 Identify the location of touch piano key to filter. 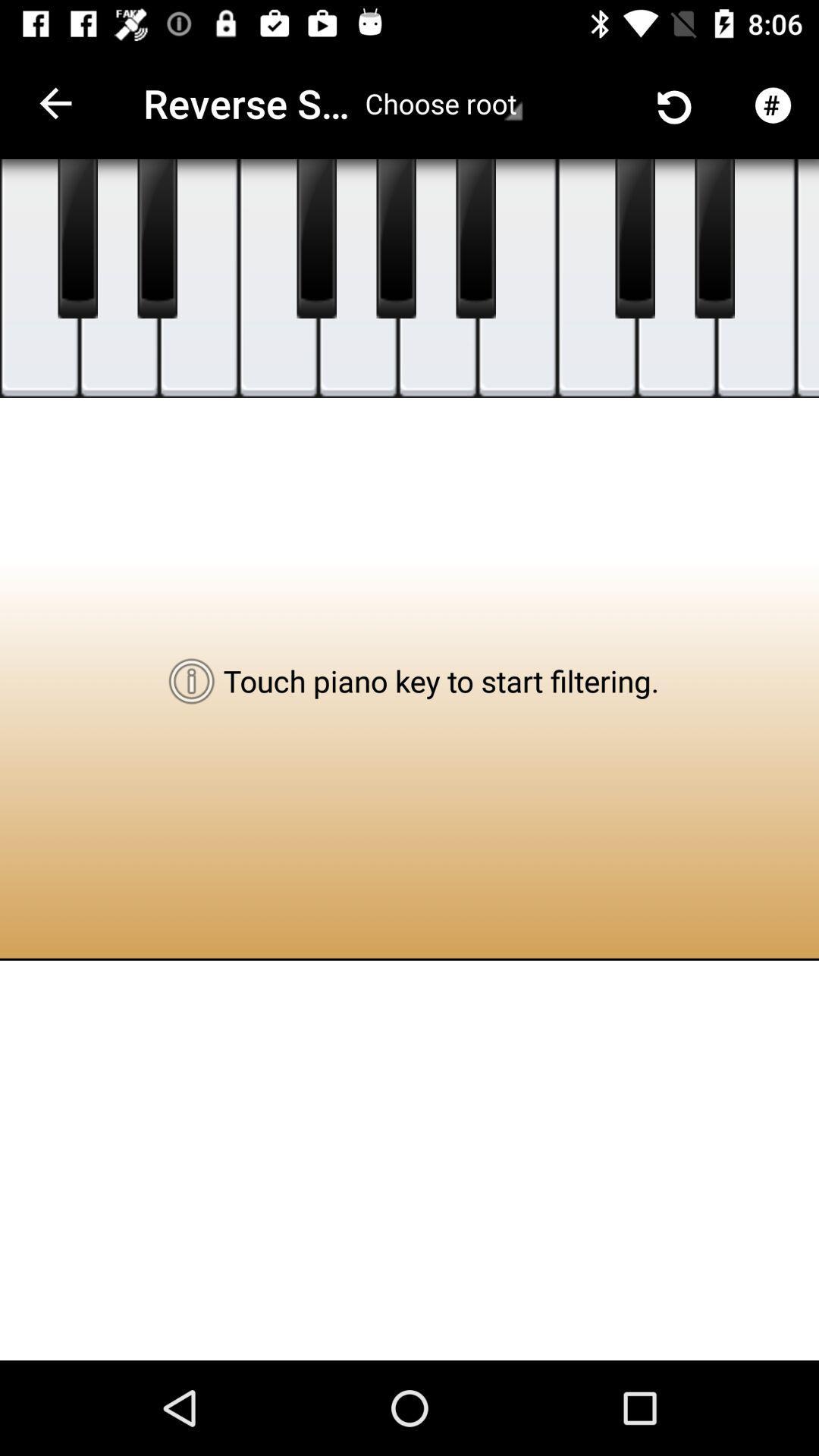
(118, 278).